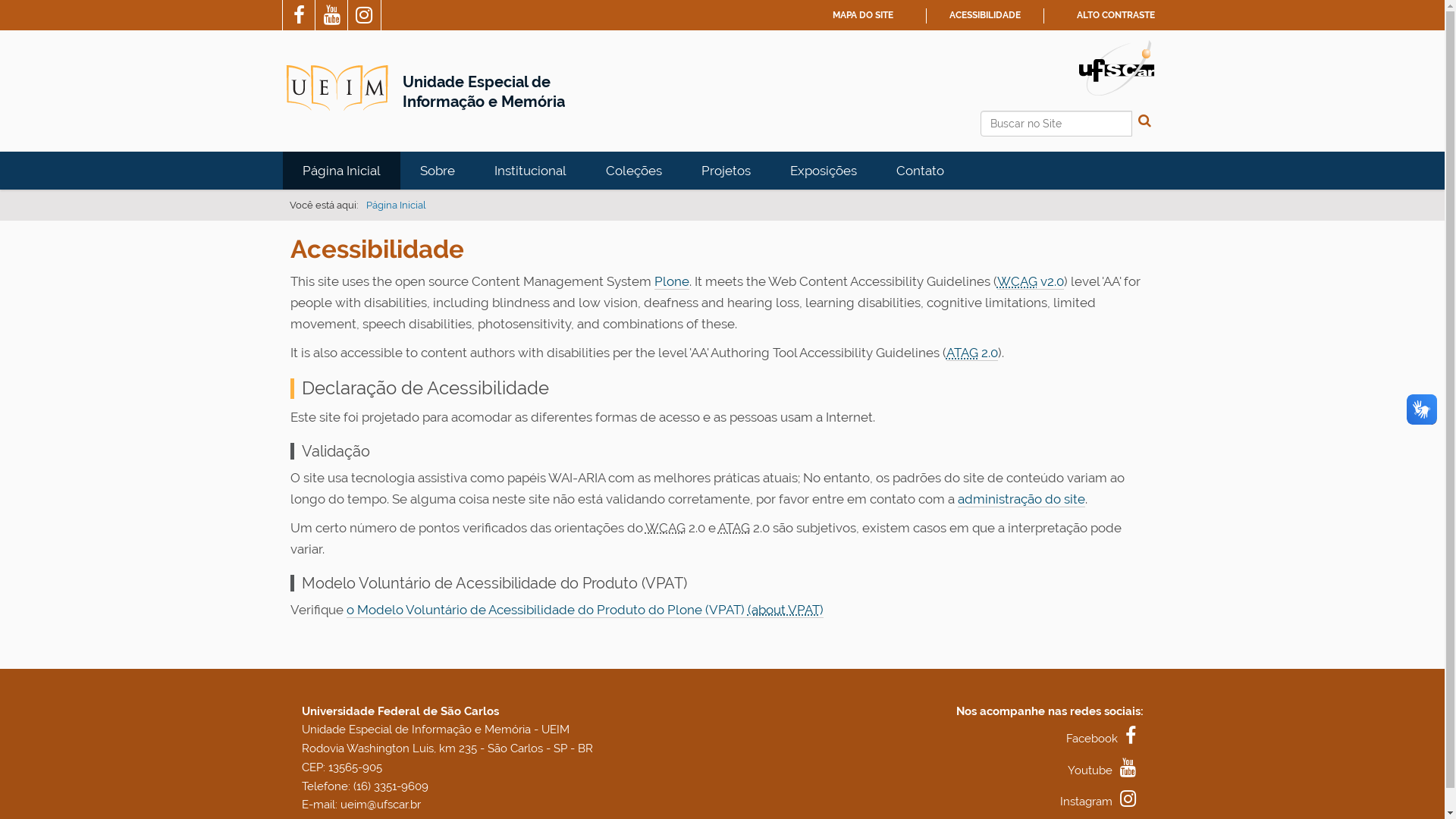  What do you see at coordinates (1077, 66) in the screenshot?
I see `'Portal UFSCar'` at bounding box center [1077, 66].